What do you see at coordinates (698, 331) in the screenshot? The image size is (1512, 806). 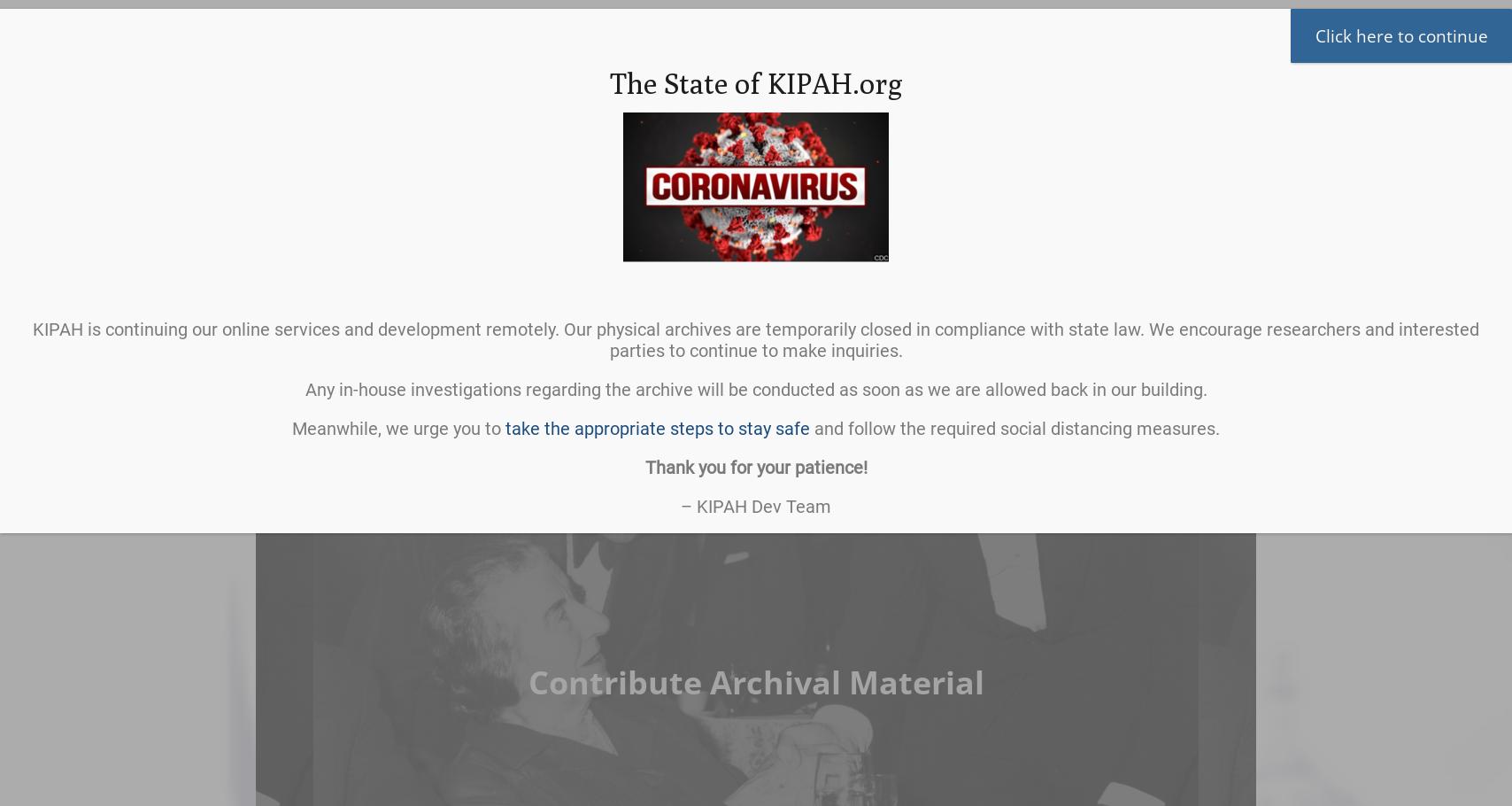 I see `'From the Archivist'` at bounding box center [698, 331].